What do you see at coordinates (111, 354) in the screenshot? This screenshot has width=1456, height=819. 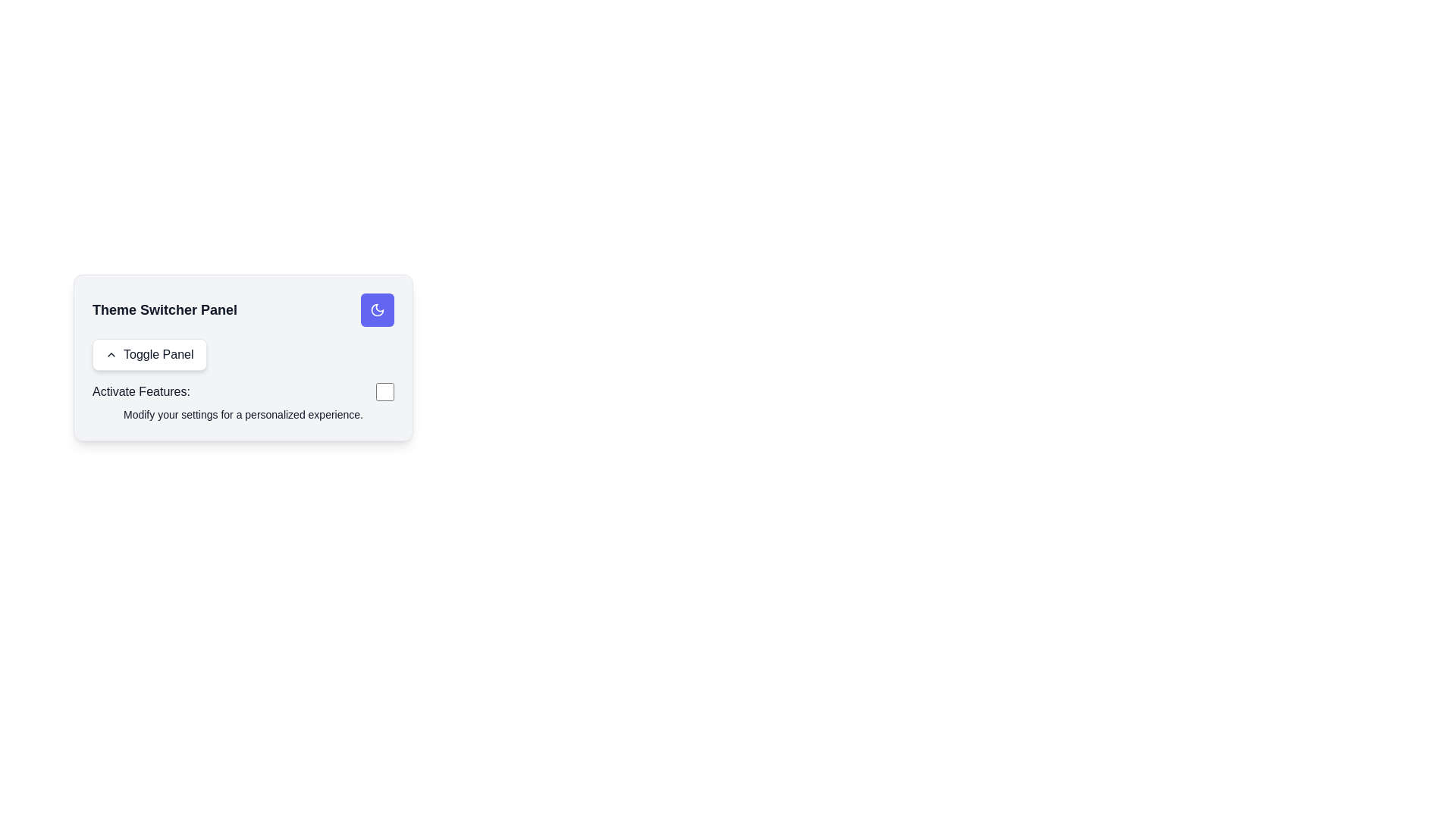 I see `the upward-pointing chevron icon within the 'Toggle Panel' button located in the 'Theme Switcher Panel'` at bounding box center [111, 354].